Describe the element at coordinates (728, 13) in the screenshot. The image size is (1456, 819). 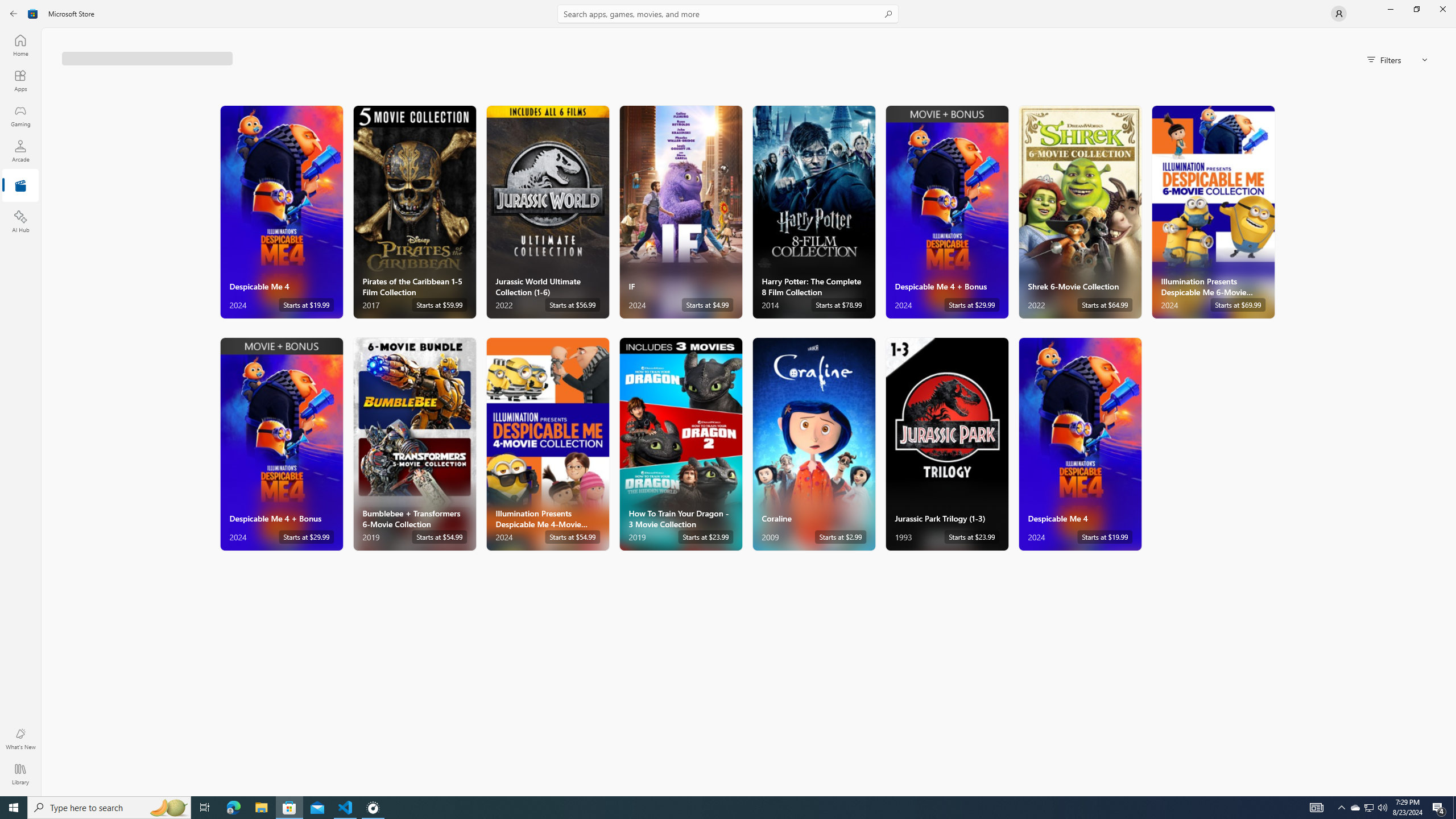
I see `'Search'` at that location.